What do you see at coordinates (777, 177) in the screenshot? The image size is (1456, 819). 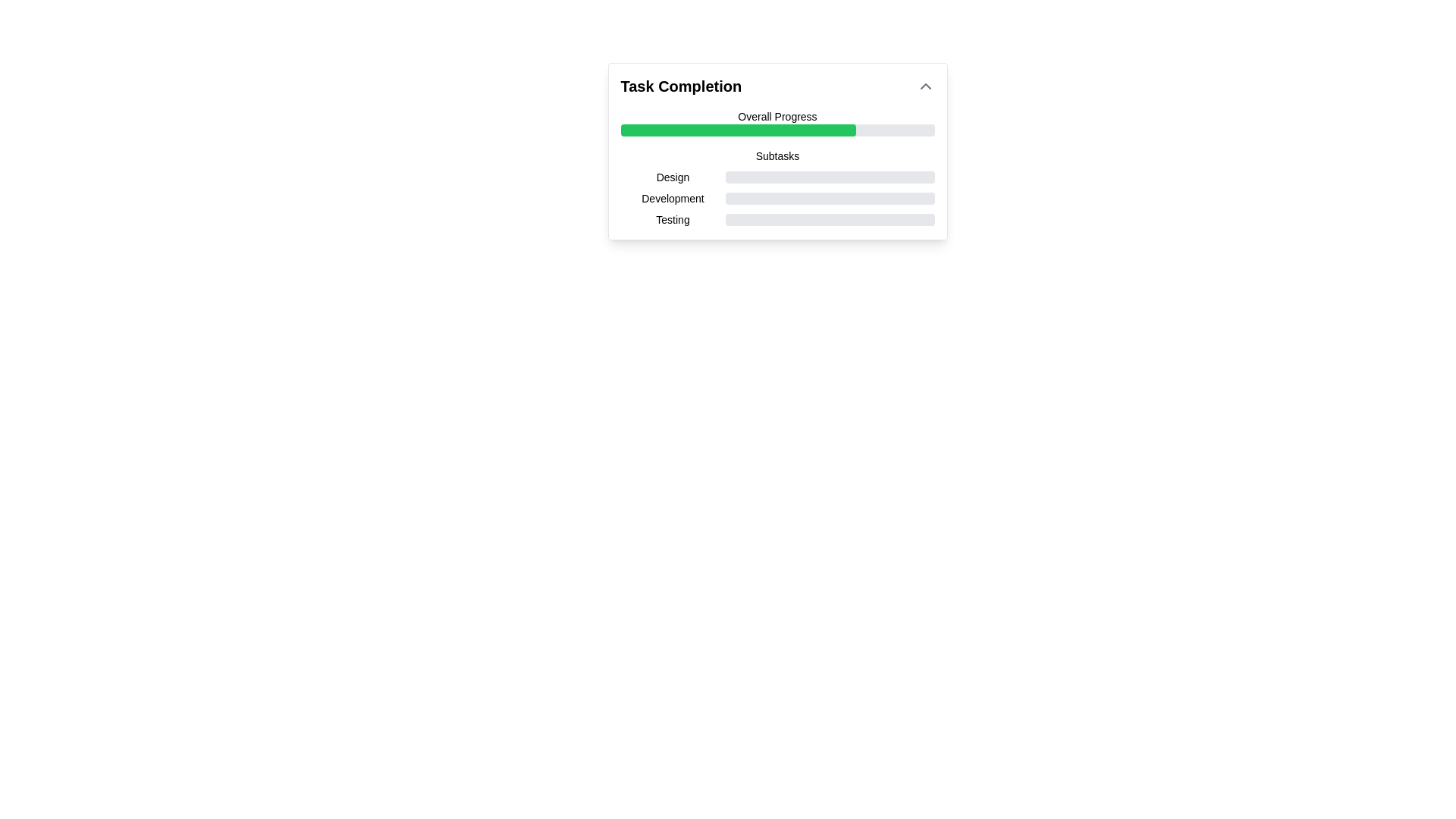 I see `the progress bar indicating the completion level for the 'Design' subtask, which is the first item under the 'Subtasks' header` at bounding box center [777, 177].